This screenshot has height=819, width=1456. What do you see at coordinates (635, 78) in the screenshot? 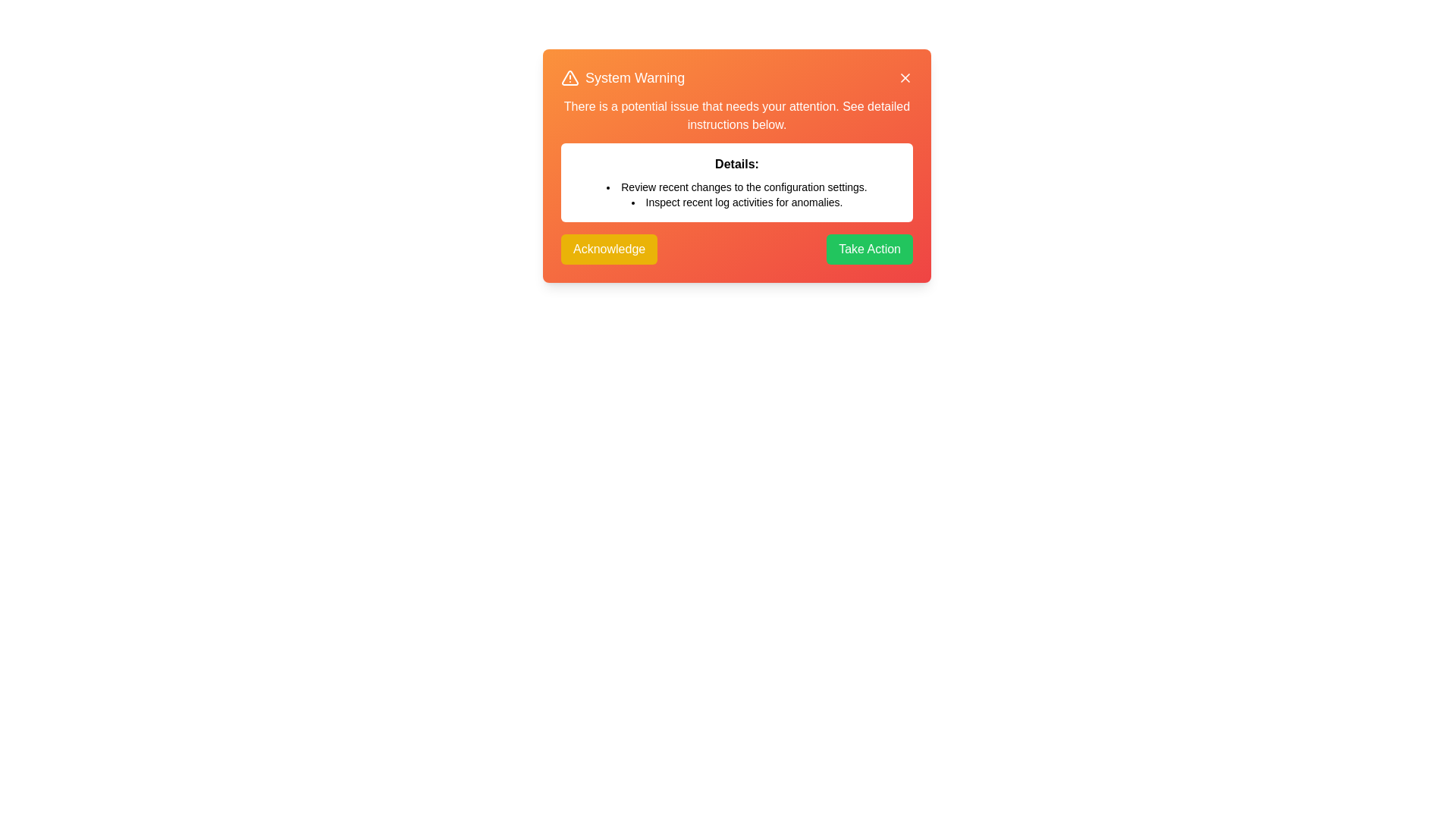
I see `the warning title text label that indicates a system-related issue, located at the top-left corner of the notification panel` at bounding box center [635, 78].